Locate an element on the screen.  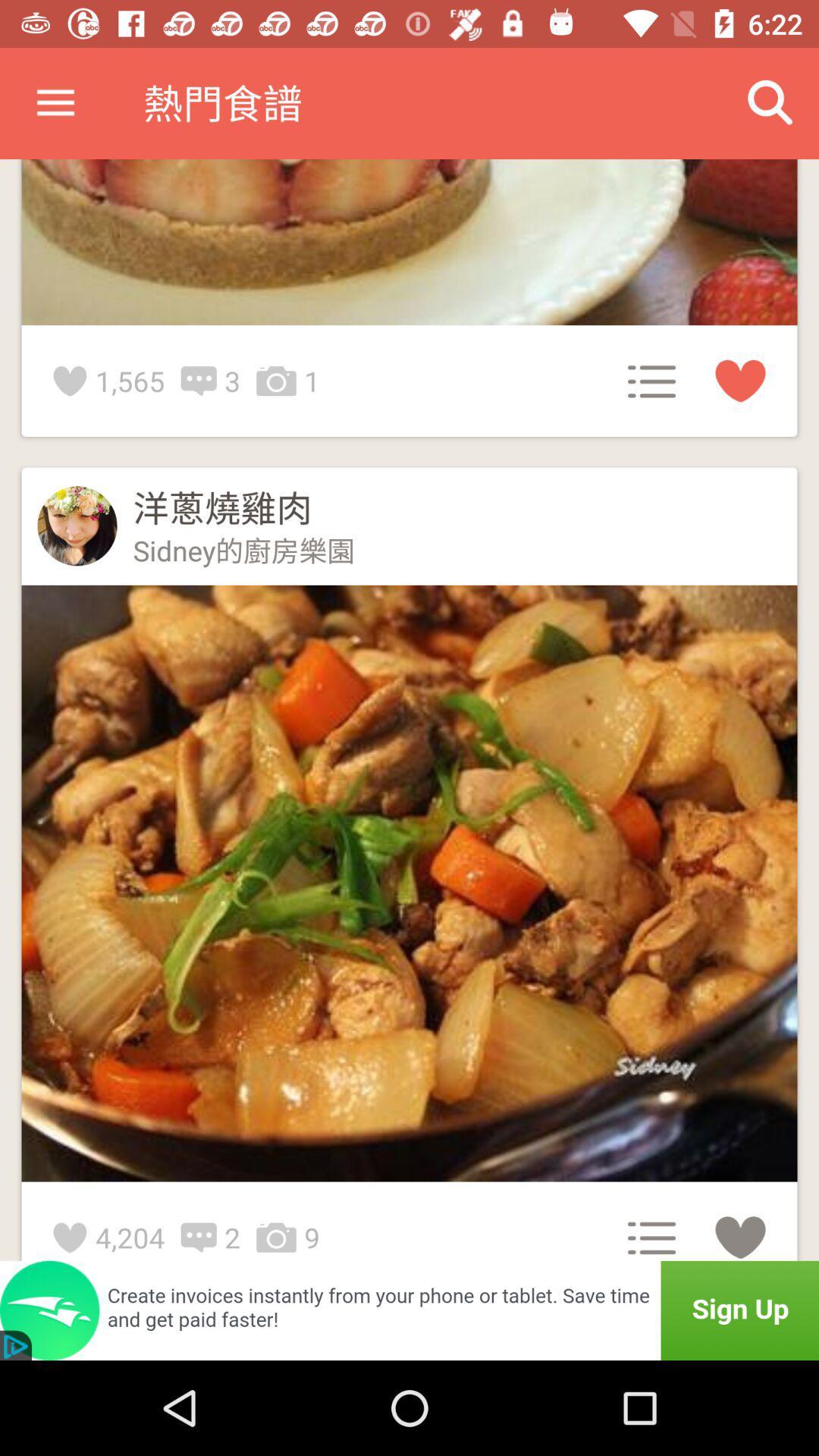
the icon above sign up and left side of heart symbol is located at coordinates (651, 1238).